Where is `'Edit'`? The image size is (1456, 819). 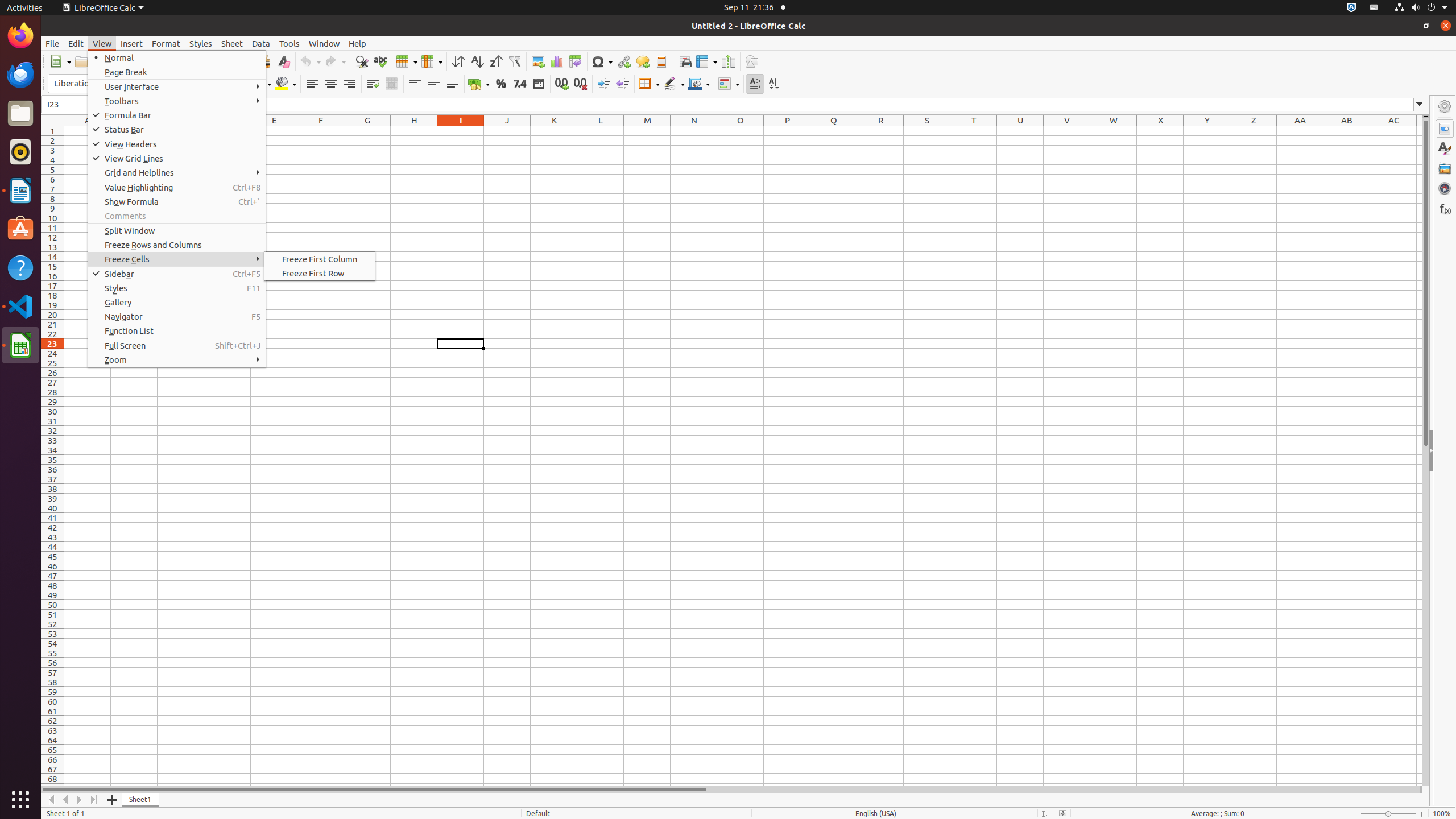
'Edit' is located at coordinates (76, 43).